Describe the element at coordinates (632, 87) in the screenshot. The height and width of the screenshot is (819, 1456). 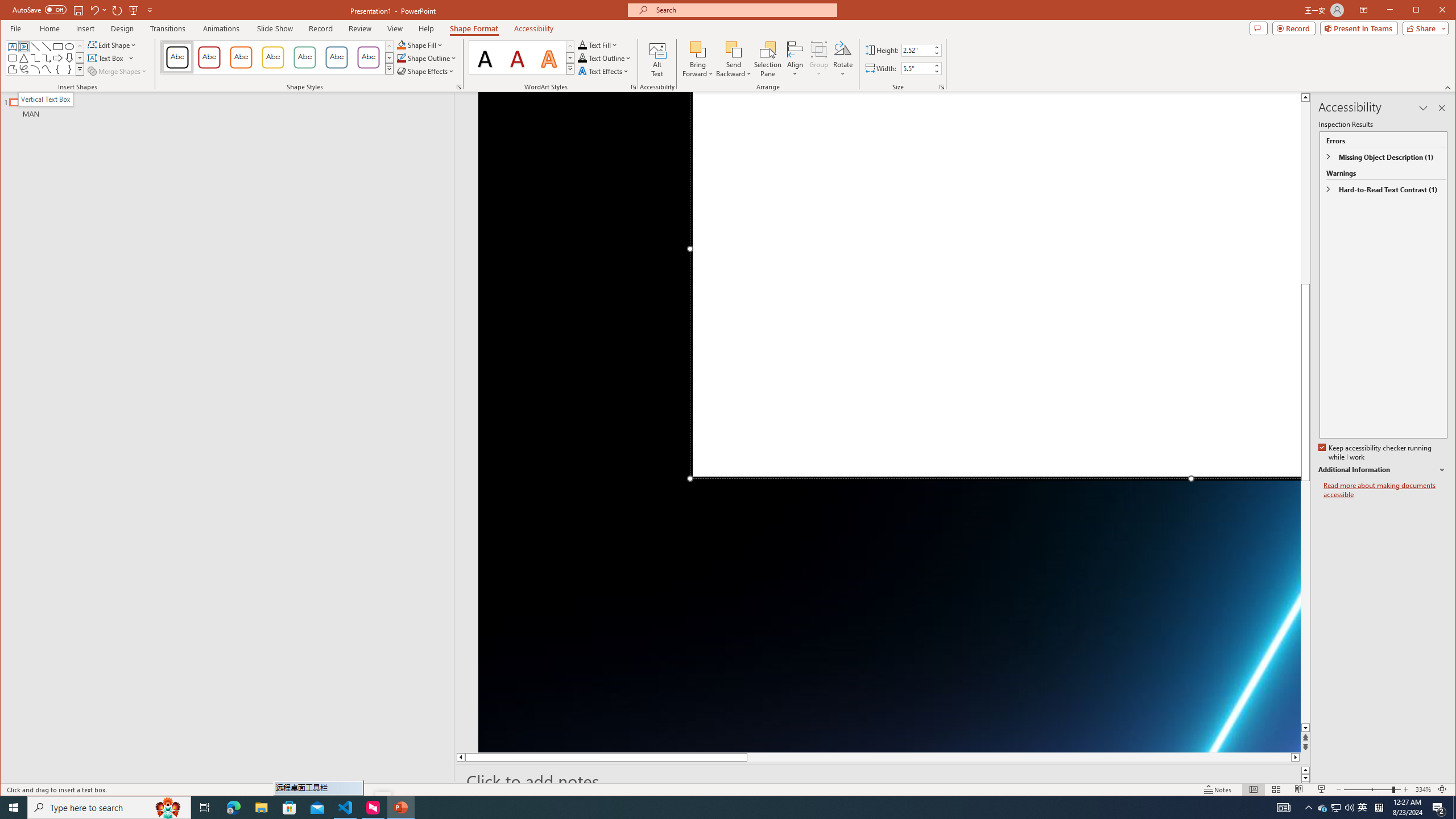
I see `'Format Text Effects...'` at that location.